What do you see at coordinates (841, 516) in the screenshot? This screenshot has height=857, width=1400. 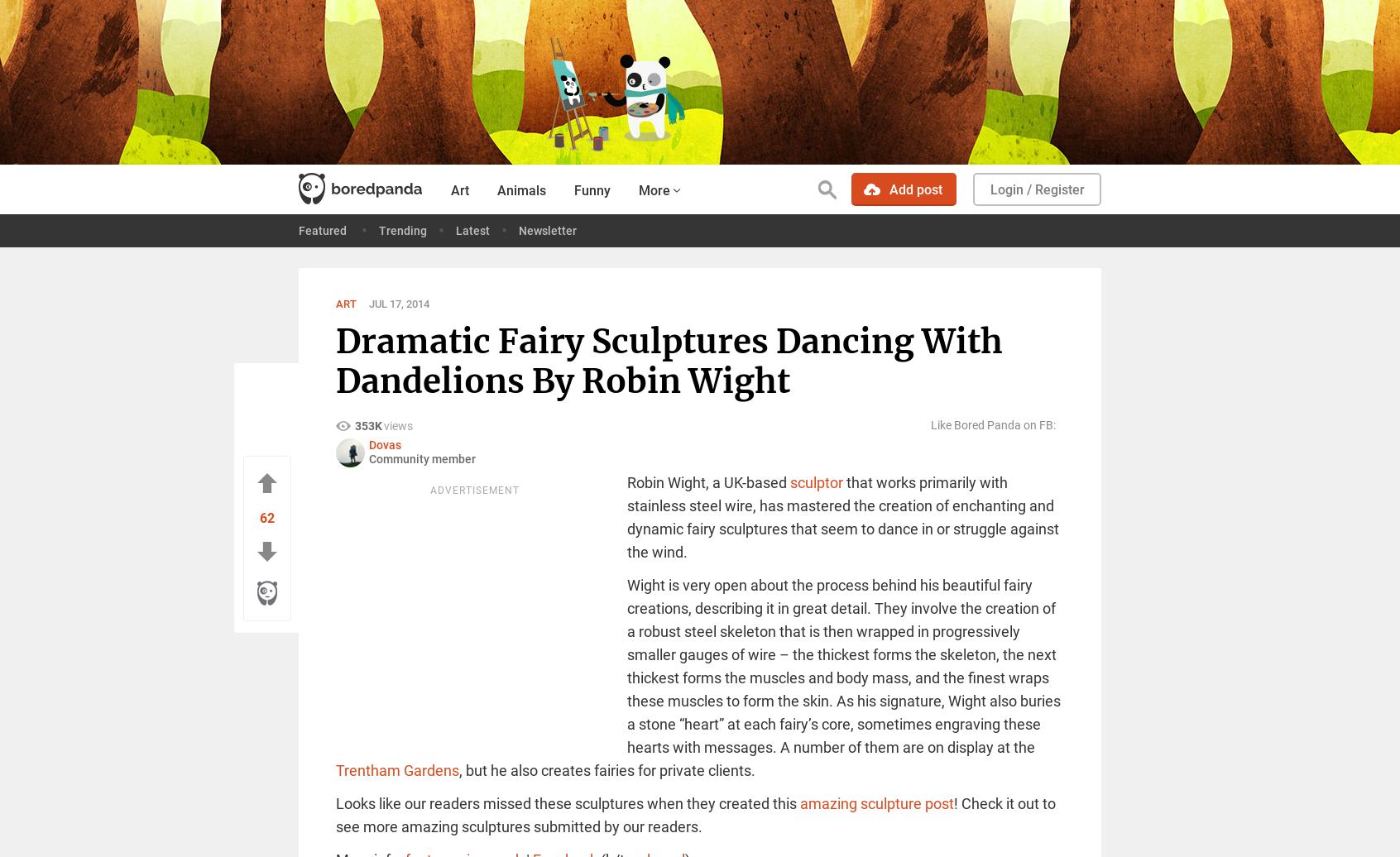 I see `'that works primarily with stainless steel wire, has mastered the creation of enchanting and dynamic fairy sculptures that seem to dance in or struggle against the wind.'` at bounding box center [841, 516].